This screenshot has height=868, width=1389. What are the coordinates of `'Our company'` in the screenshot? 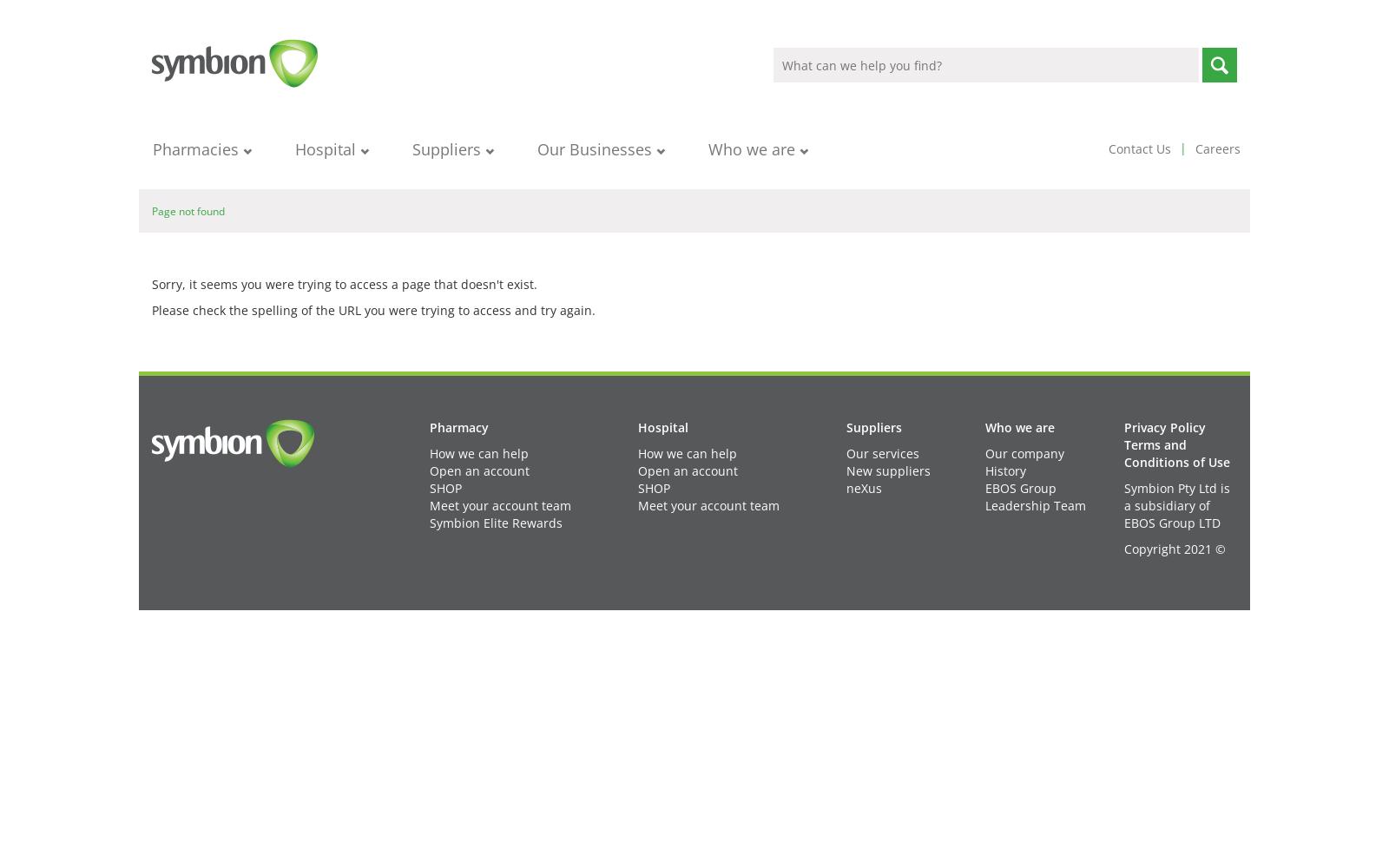 It's located at (1024, 453).